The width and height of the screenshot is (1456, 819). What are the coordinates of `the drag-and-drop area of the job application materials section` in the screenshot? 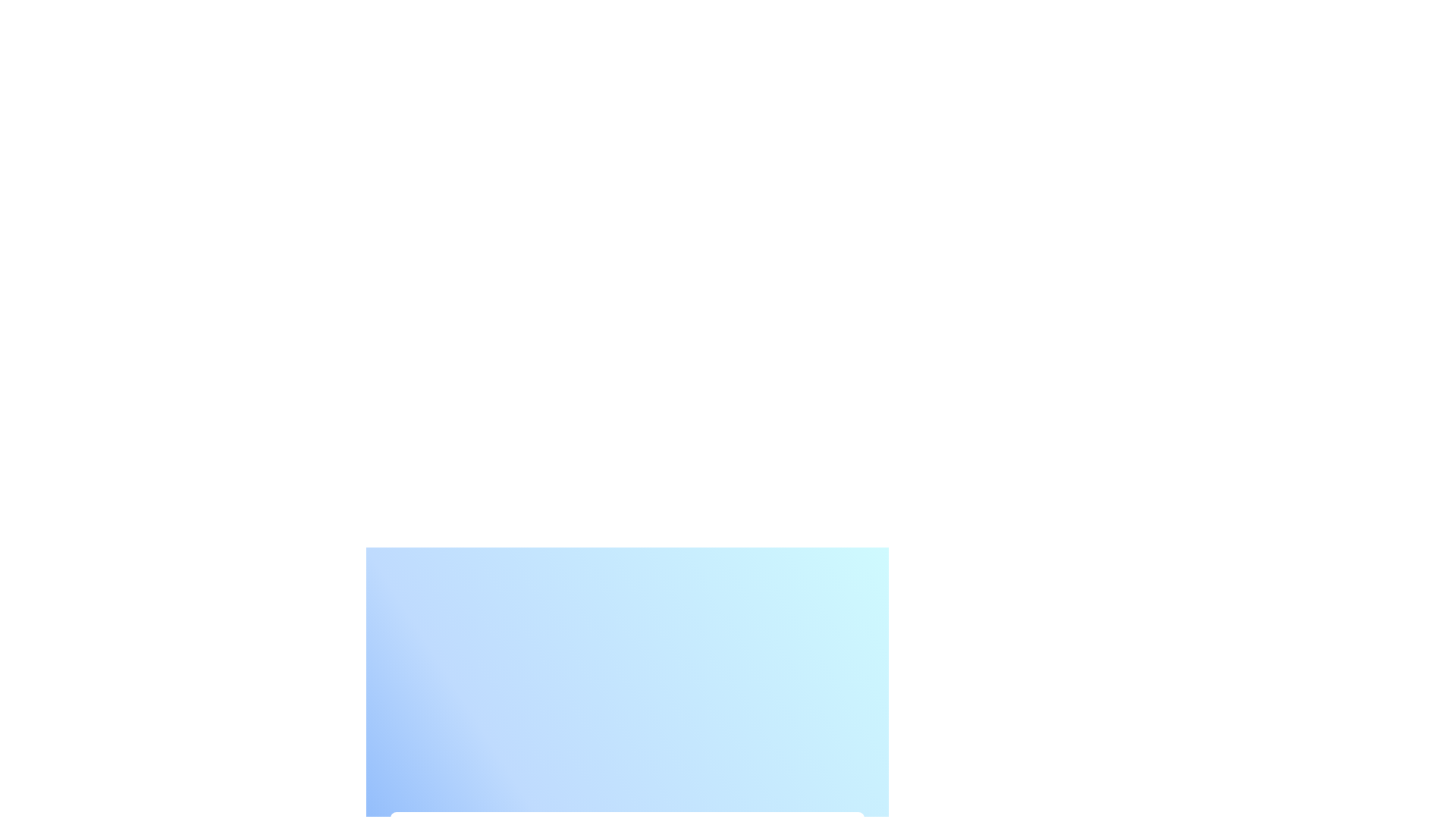 It's located at (627, 672).